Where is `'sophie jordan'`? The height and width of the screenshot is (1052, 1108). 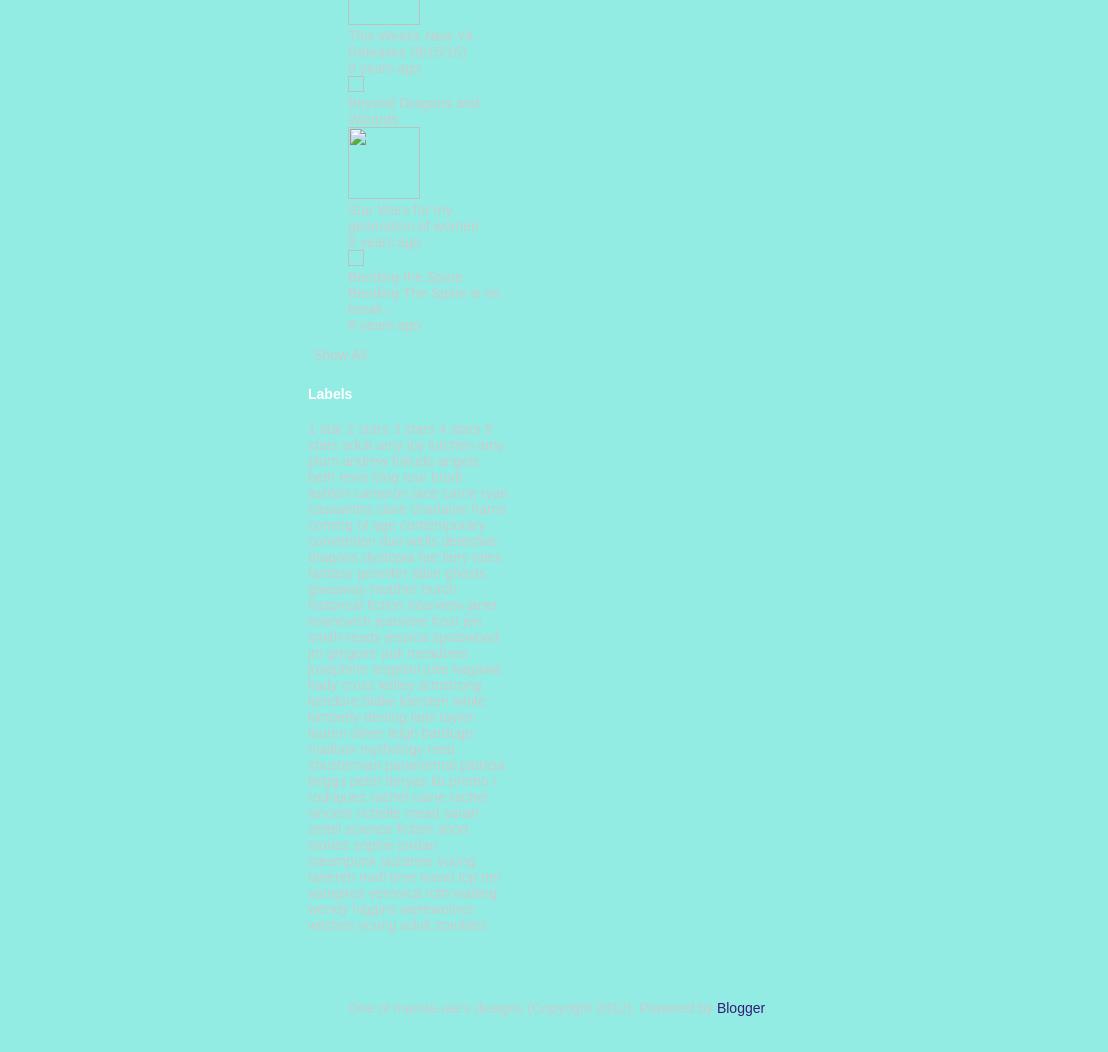 'sophie jordan' is located at coordinates (395, 843).